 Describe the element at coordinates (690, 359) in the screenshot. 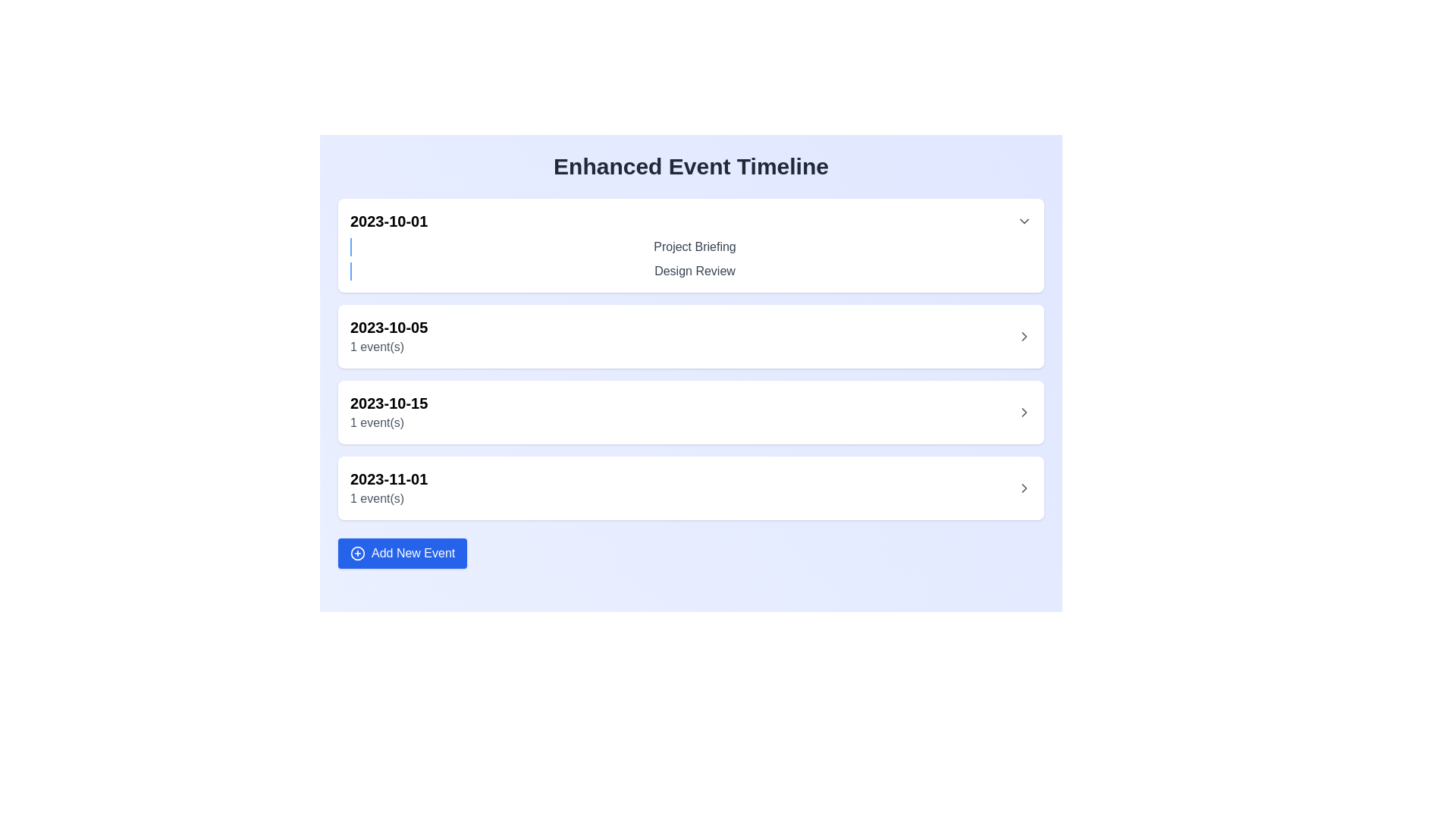

I see `the white card element containing the date '2023-10-05' and event count '1 event(s)', which is the second card in a vertically stacked list of event cards` at that location.